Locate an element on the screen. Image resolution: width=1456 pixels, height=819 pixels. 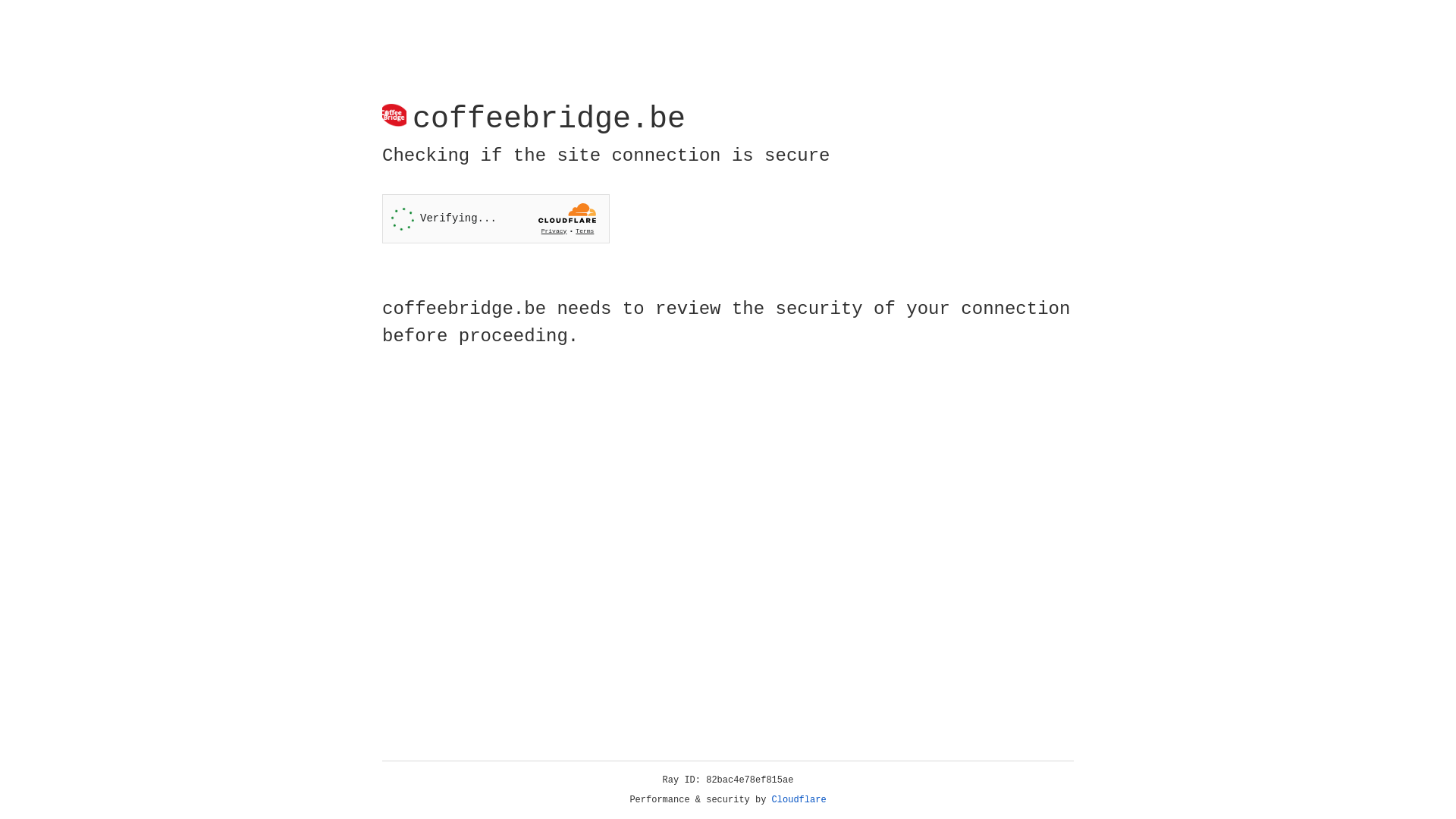
'Cloudflare' is located at coordinates (799, 799).